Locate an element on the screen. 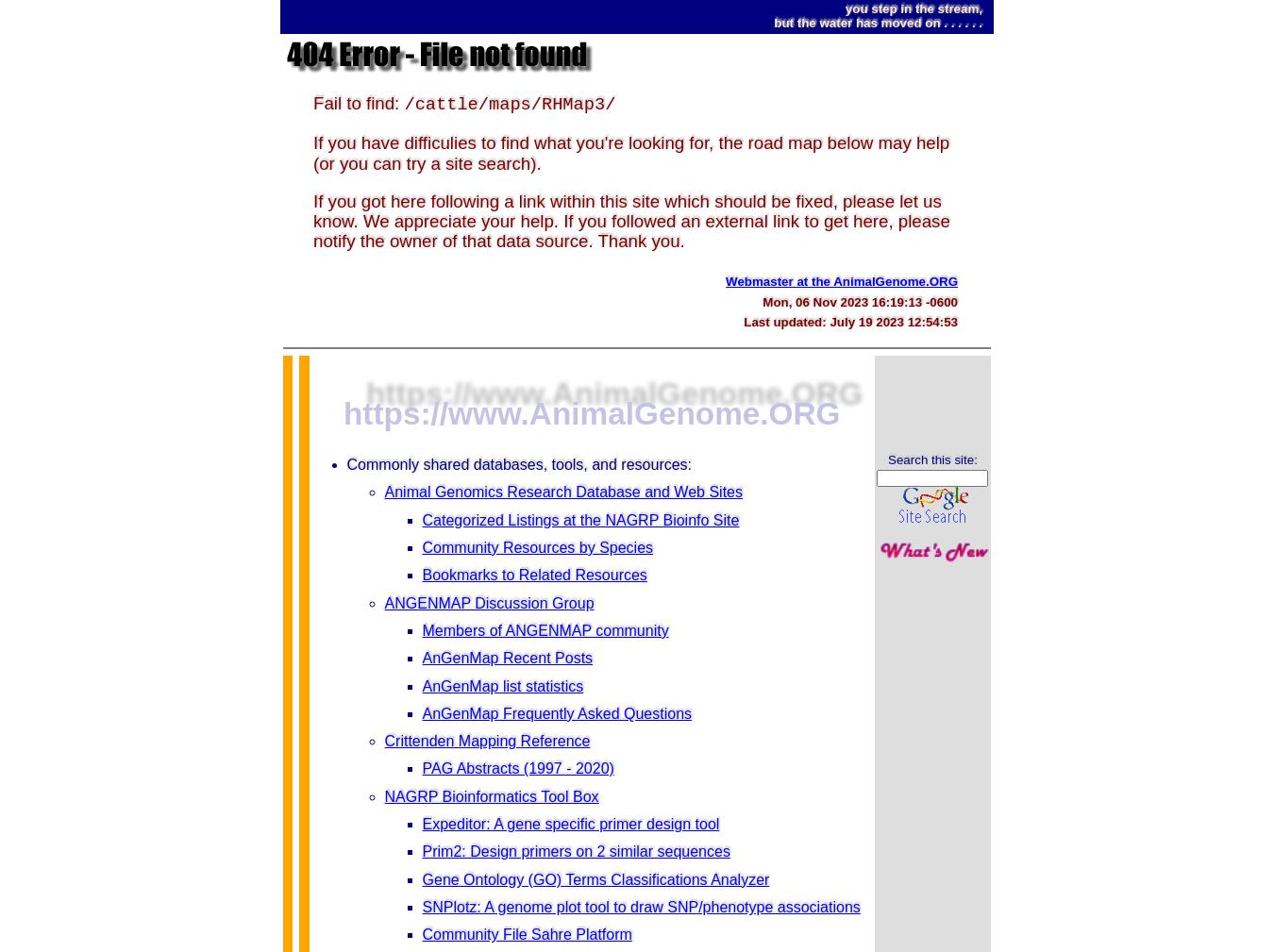 Image resolution: width=1274 pixels, height=952 pixels. 'https://www.AnimalGenome.ORG' is located at coordinates (591, 412).